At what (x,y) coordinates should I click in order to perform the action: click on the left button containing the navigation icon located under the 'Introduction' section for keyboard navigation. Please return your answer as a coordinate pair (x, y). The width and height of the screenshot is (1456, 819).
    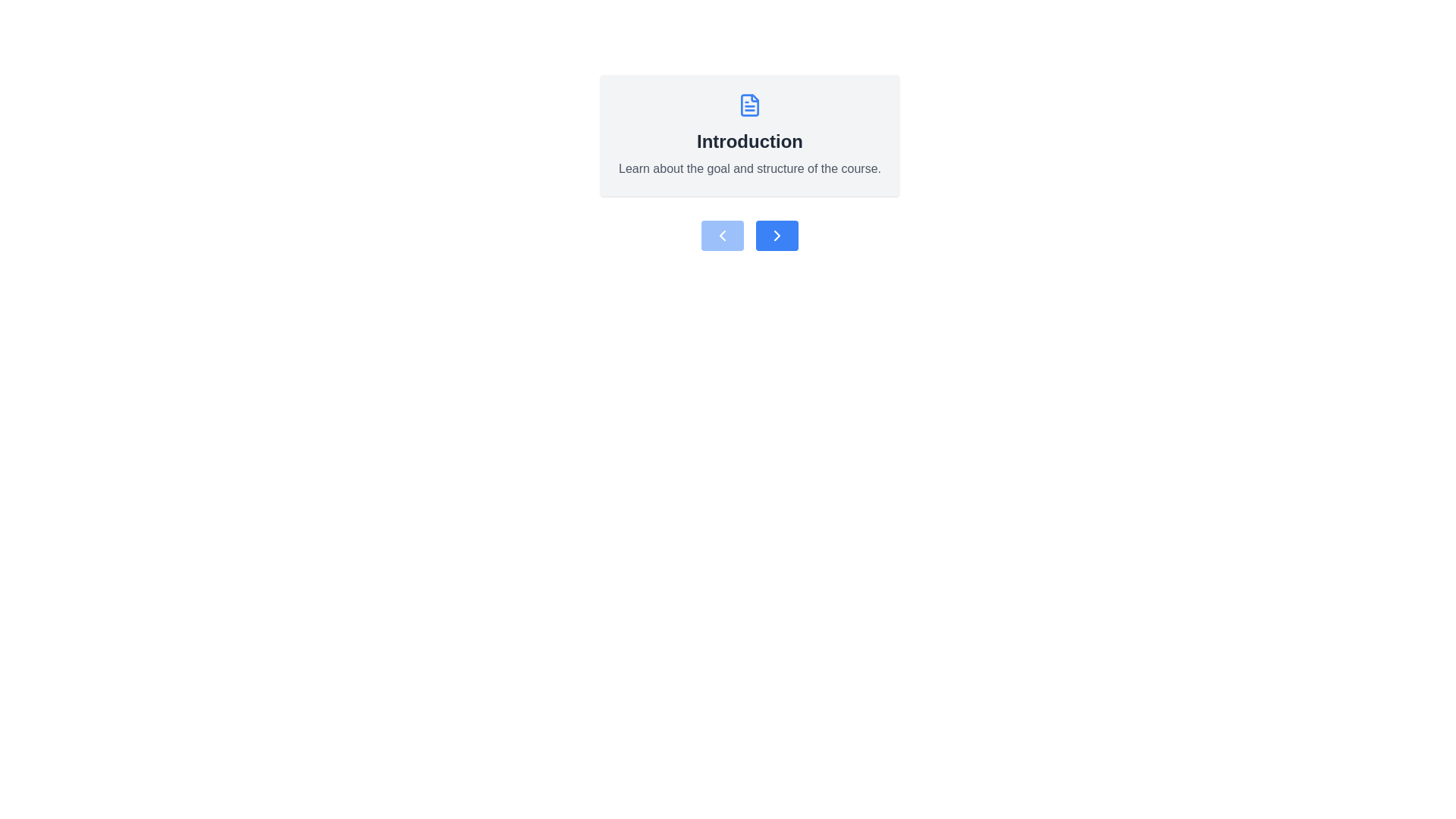
    Looking at the image, I should click on (722, 236).